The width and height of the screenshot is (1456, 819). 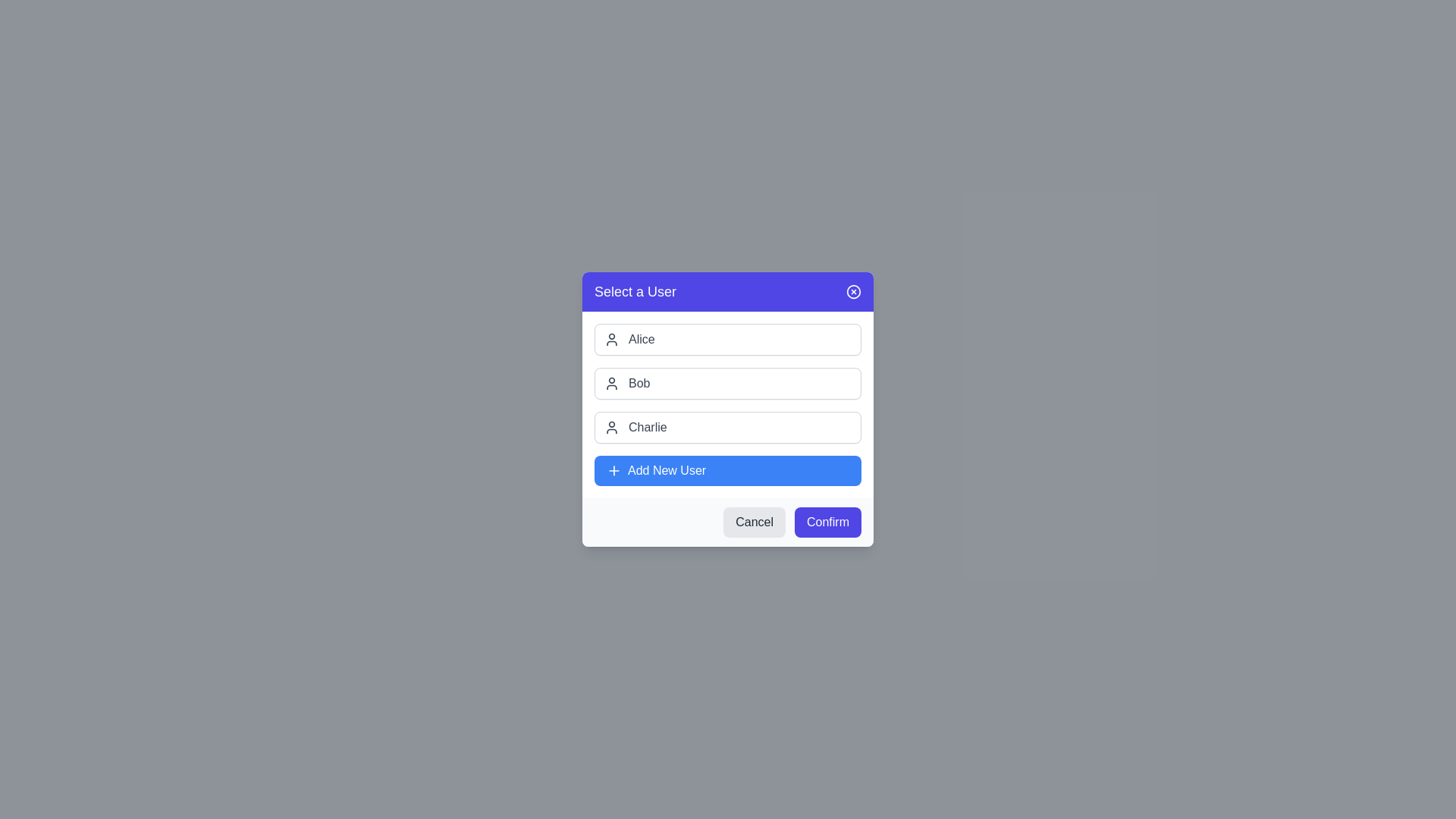 I want to click on the 'Alice' button, so click(x=728, y=338).